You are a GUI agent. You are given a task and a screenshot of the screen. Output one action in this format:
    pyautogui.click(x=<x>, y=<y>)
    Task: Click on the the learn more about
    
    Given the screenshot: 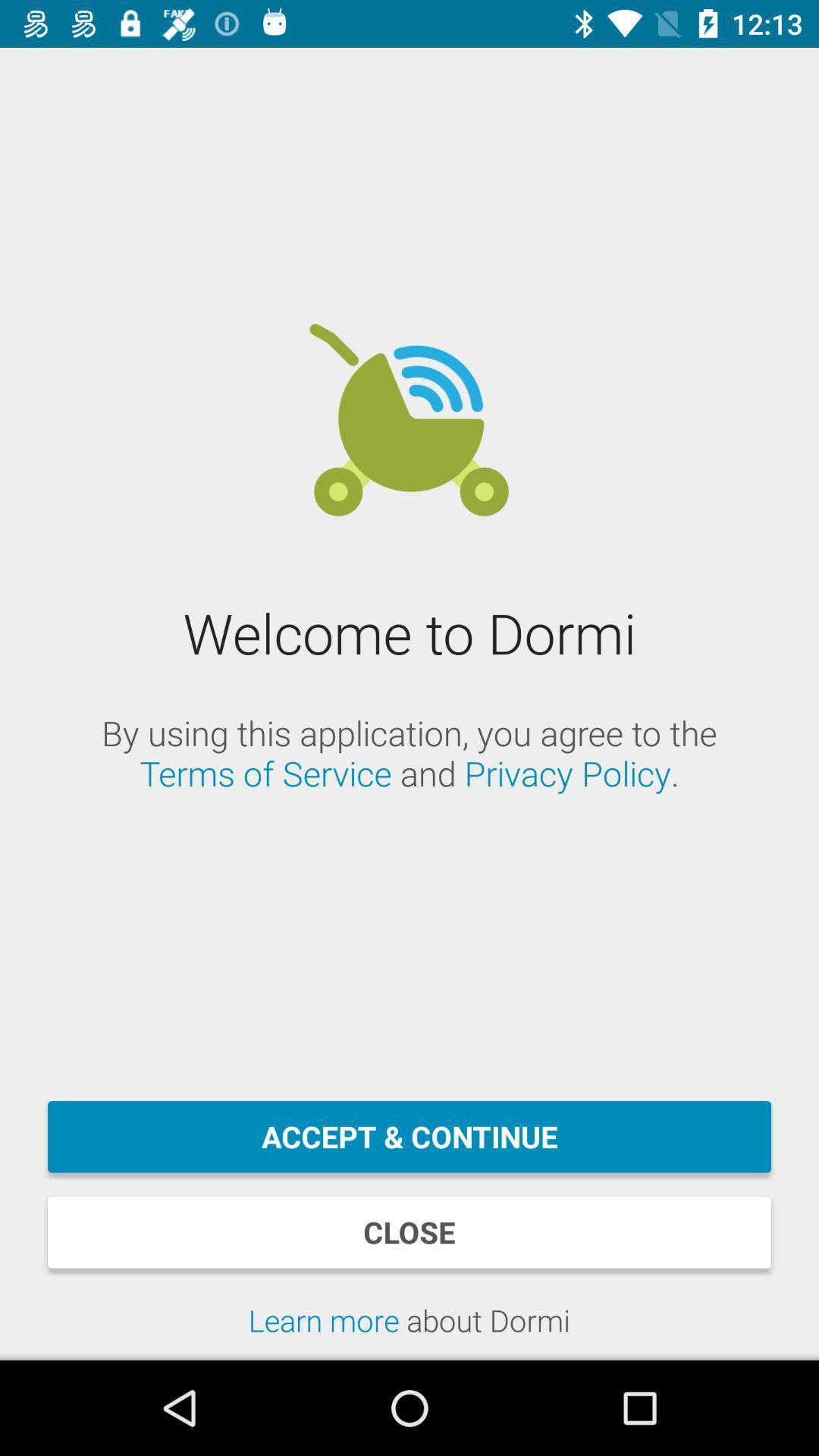 What is the action you would take?
    pyautogui.click(x=409, y=1329)
    